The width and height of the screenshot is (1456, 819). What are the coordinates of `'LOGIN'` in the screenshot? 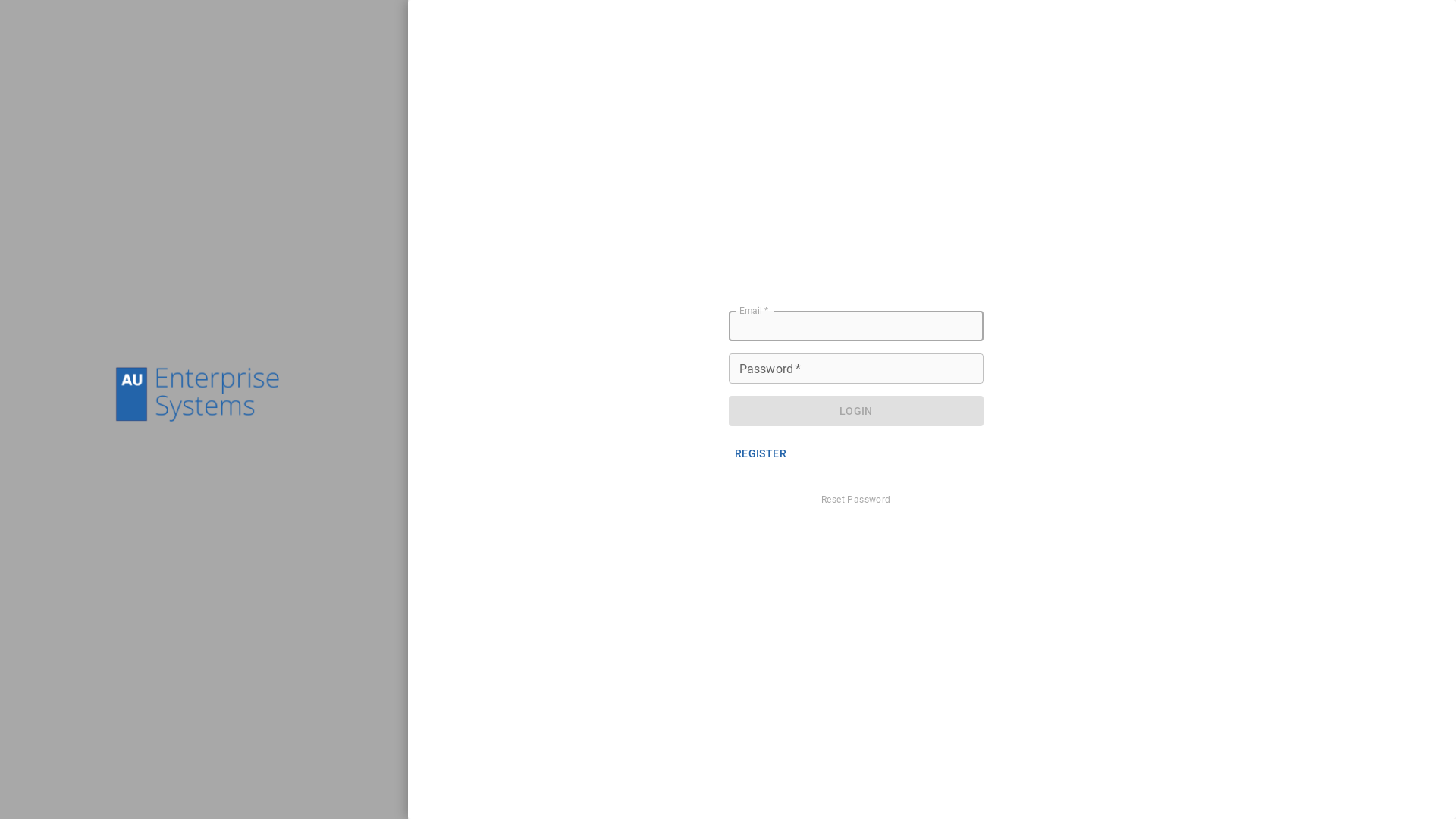 It's located at (855, 411).